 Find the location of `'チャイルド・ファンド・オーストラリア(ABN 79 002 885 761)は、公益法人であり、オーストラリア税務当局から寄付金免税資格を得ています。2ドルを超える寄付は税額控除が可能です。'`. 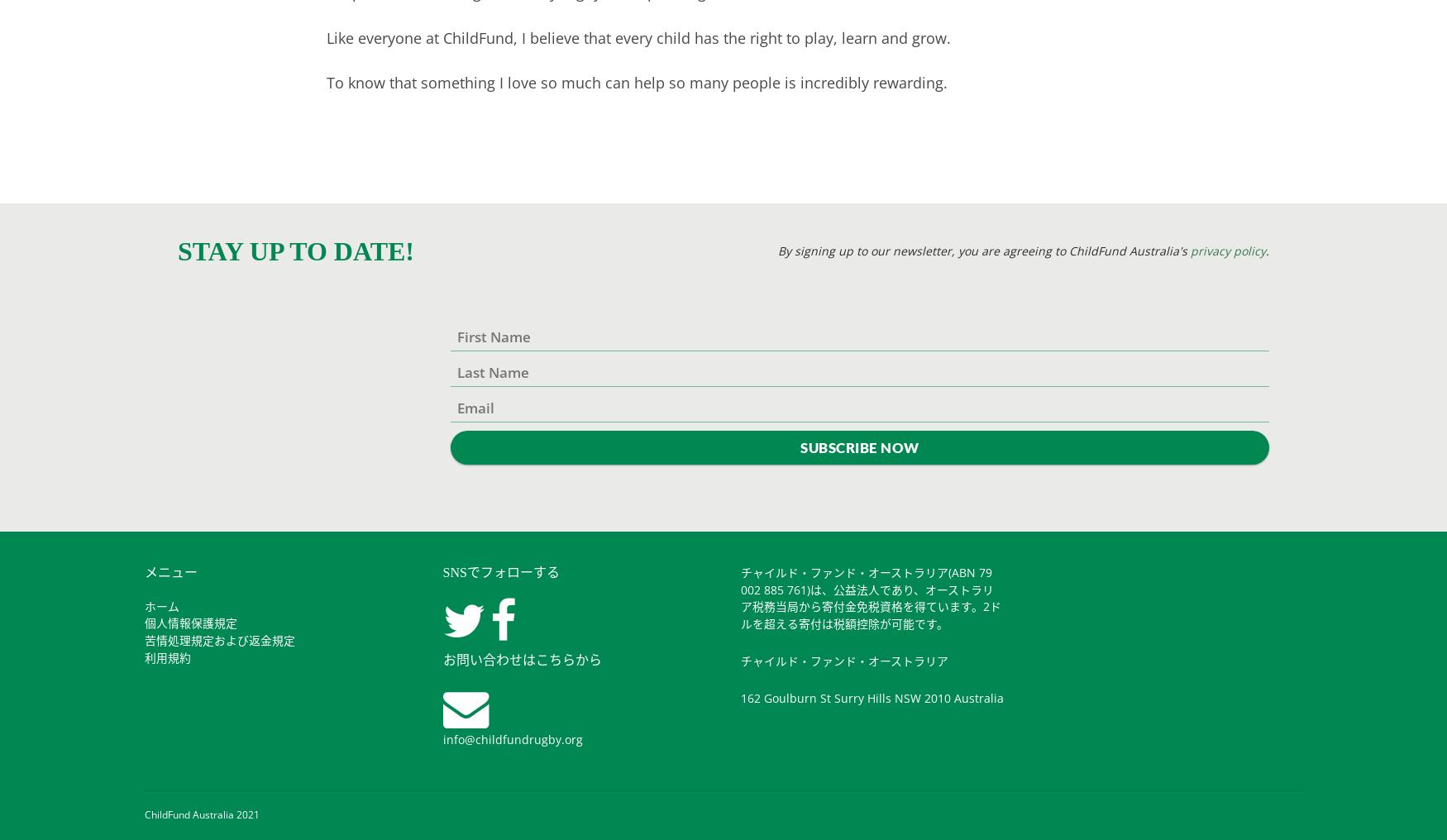

'チャイルド・ファンド・オーストラリア(ABN 79 002 885 761)は、公益法人であり、オーストラリア税務当局から寄付金免税資格を得ています。2ドルを超える寄付は税額控除が可能です。' is located at coordinates (740, 597).